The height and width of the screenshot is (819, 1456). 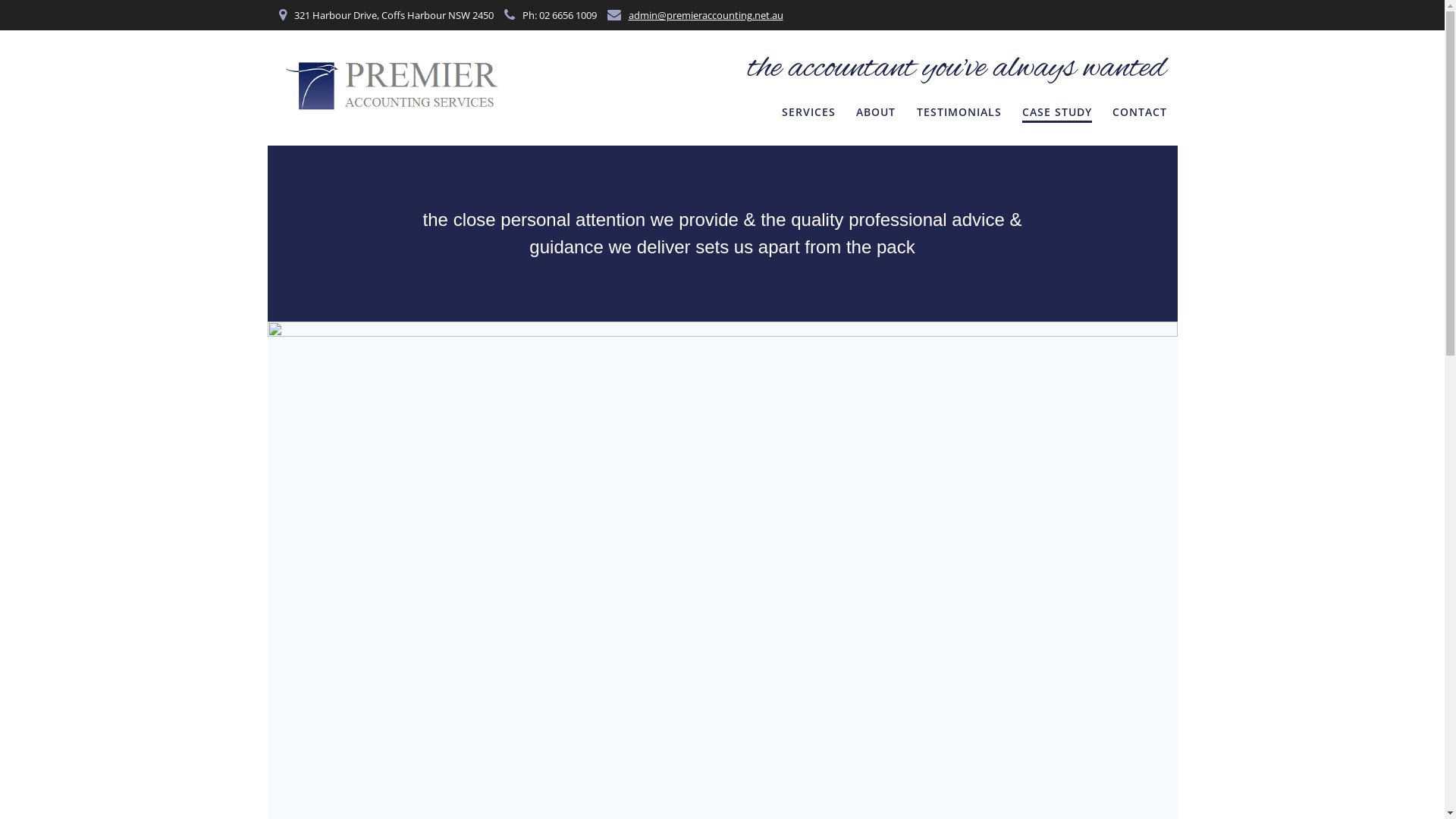 What do you see at coordinates (959, 112) in the screenshot?
I see `'TESTIMONIALS'` at bounding box center [959, 112].